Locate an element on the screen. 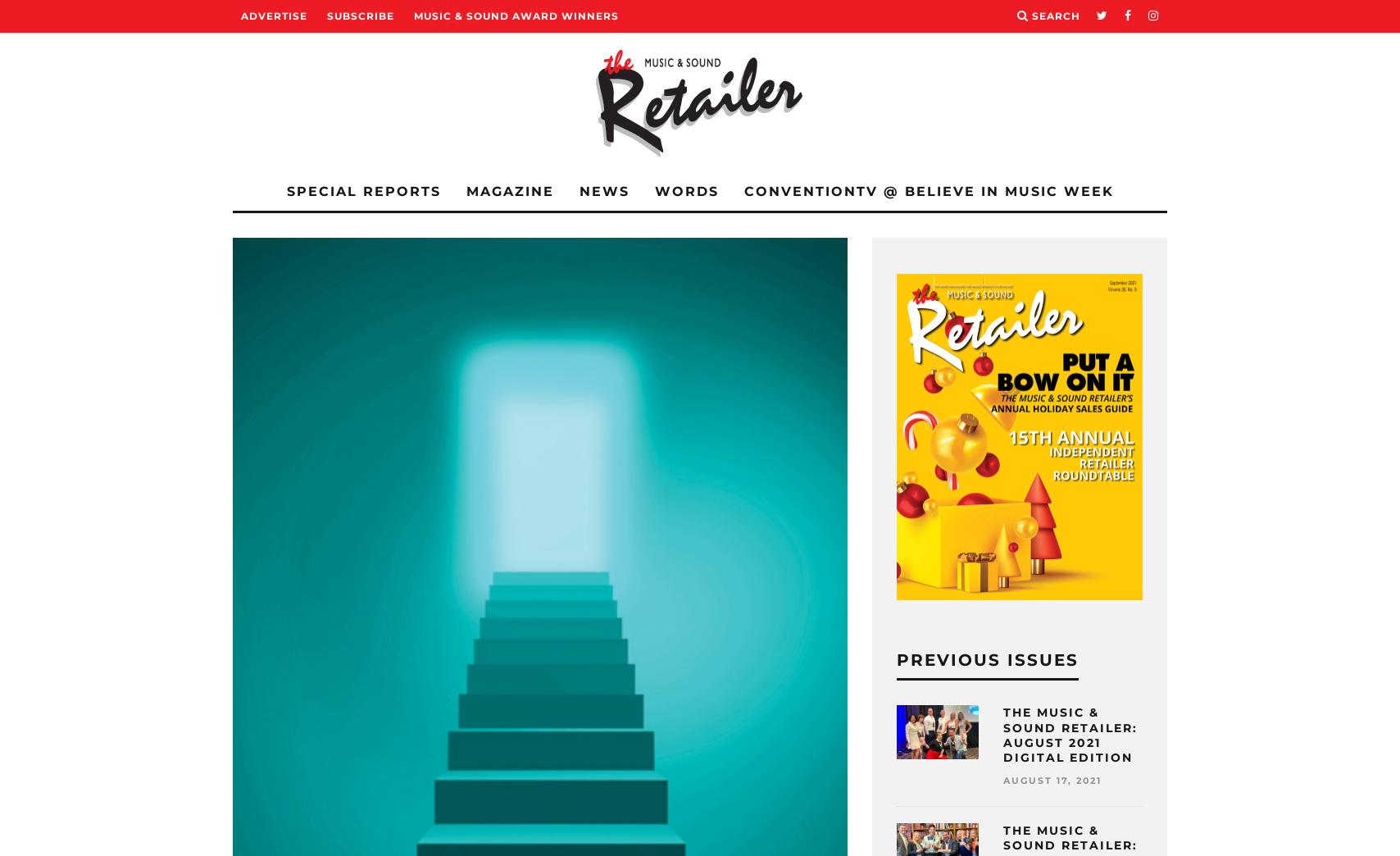 This screenshot has width=1400, height=856. 'Columns' is located at coordinates (330, 330).